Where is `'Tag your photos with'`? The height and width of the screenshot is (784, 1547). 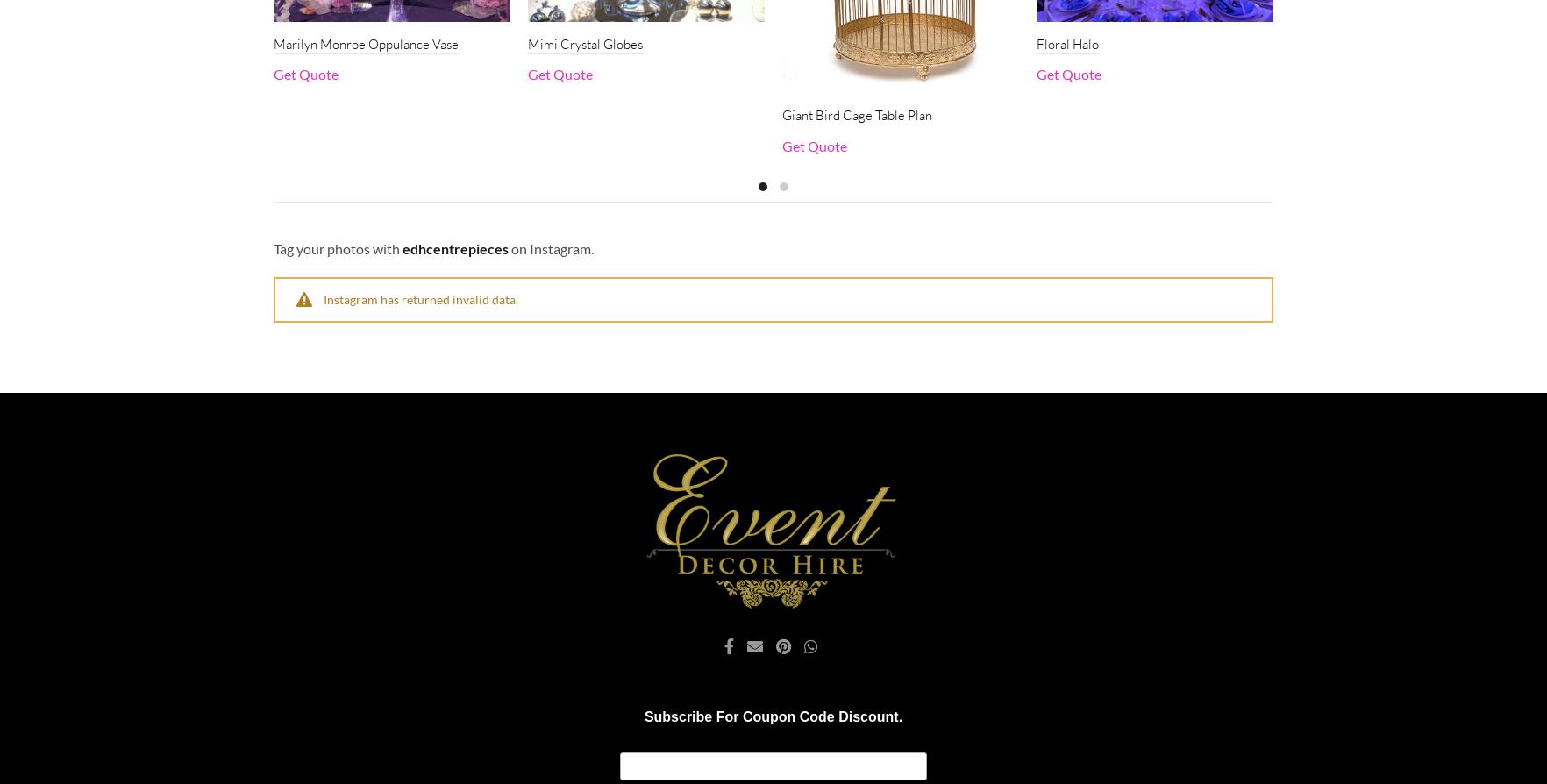 'Tag your photos with' is located at coordinates (338, 246).